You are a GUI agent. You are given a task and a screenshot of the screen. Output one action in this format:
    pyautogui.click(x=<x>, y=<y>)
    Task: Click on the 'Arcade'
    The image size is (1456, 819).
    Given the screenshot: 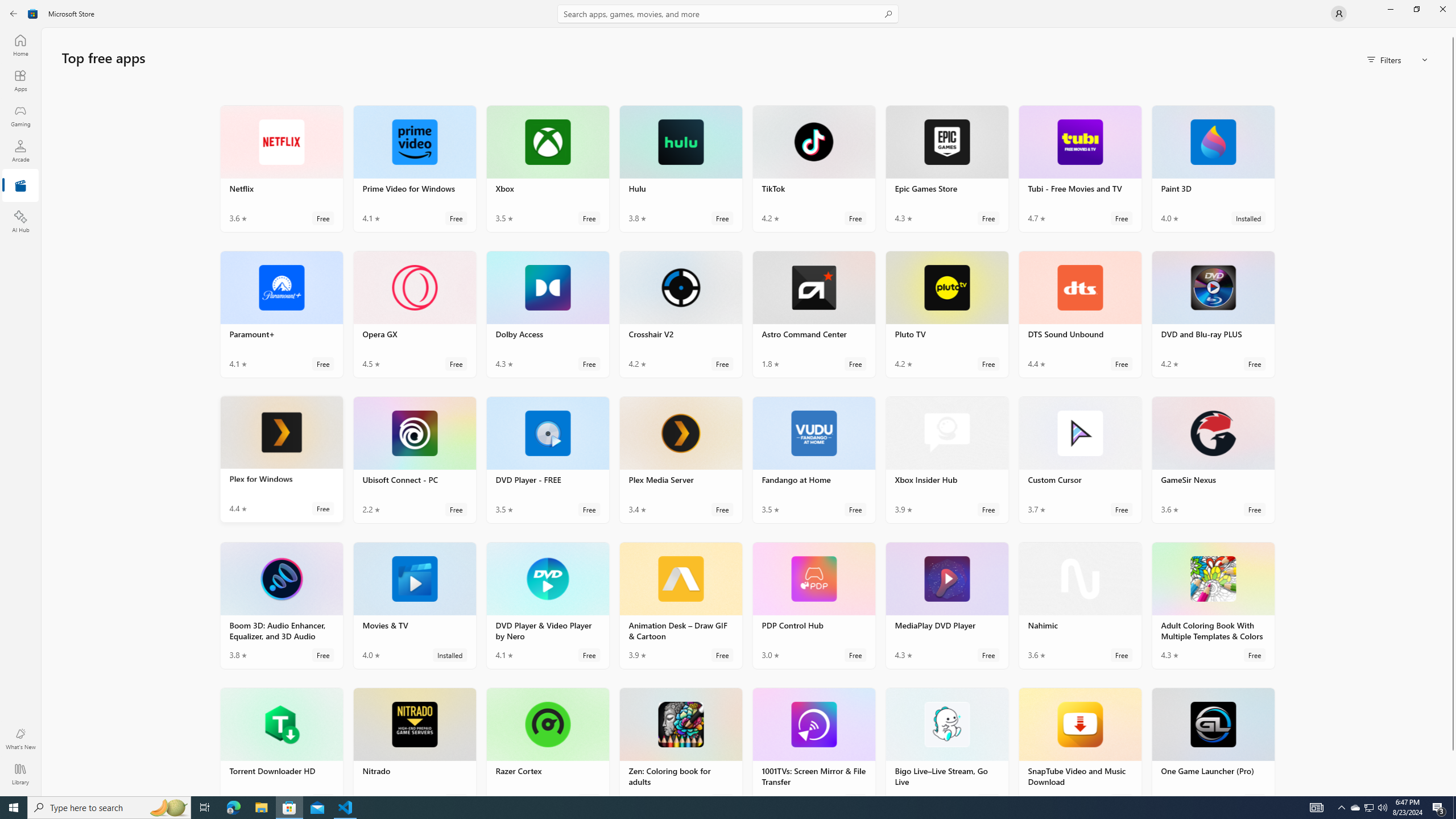 What is the action you would take?
    pyautogui.click(x=19, y=150)
    